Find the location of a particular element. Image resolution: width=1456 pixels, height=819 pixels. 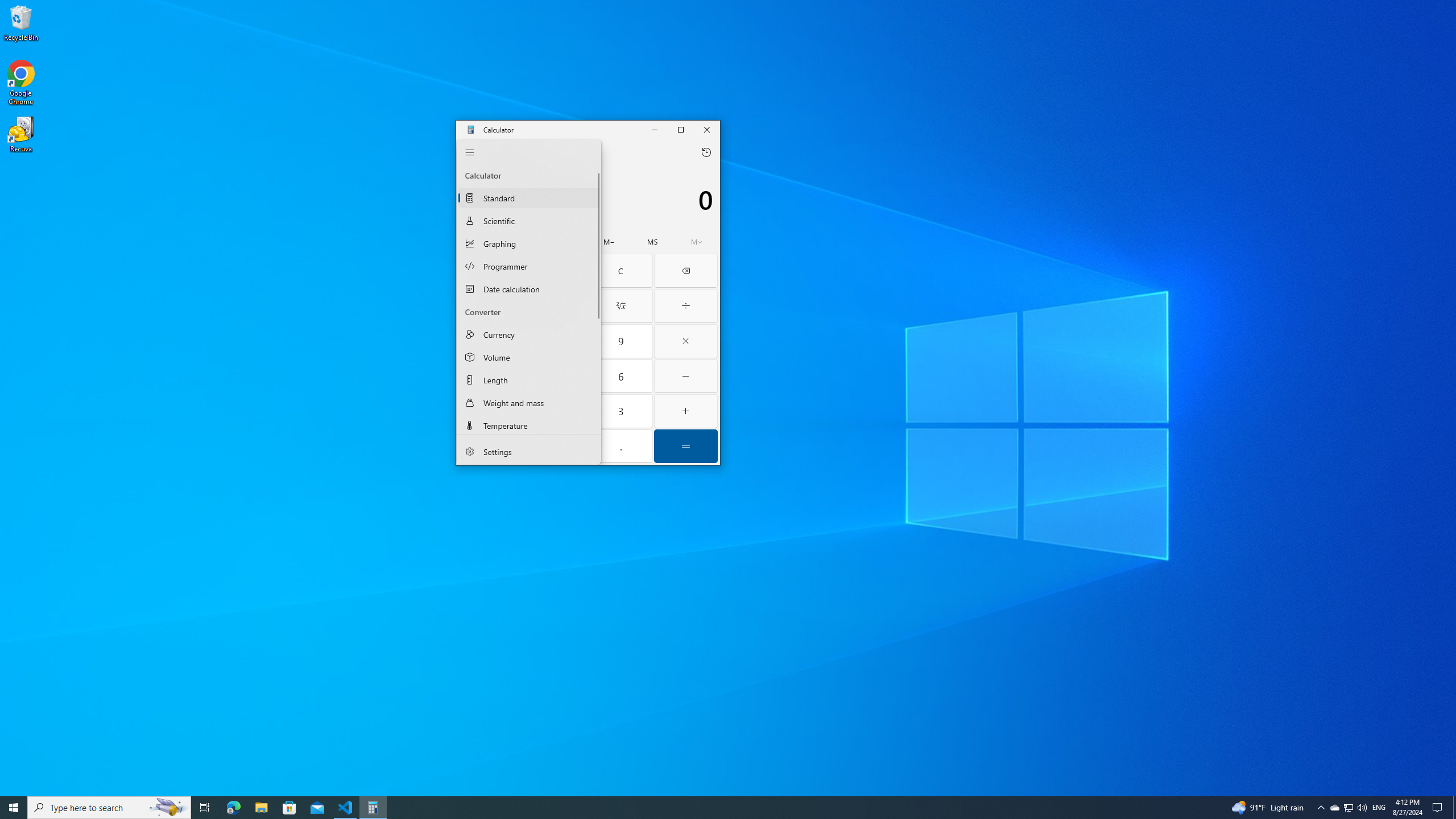

'Close Navigation' is located at coordinates (469, 152).